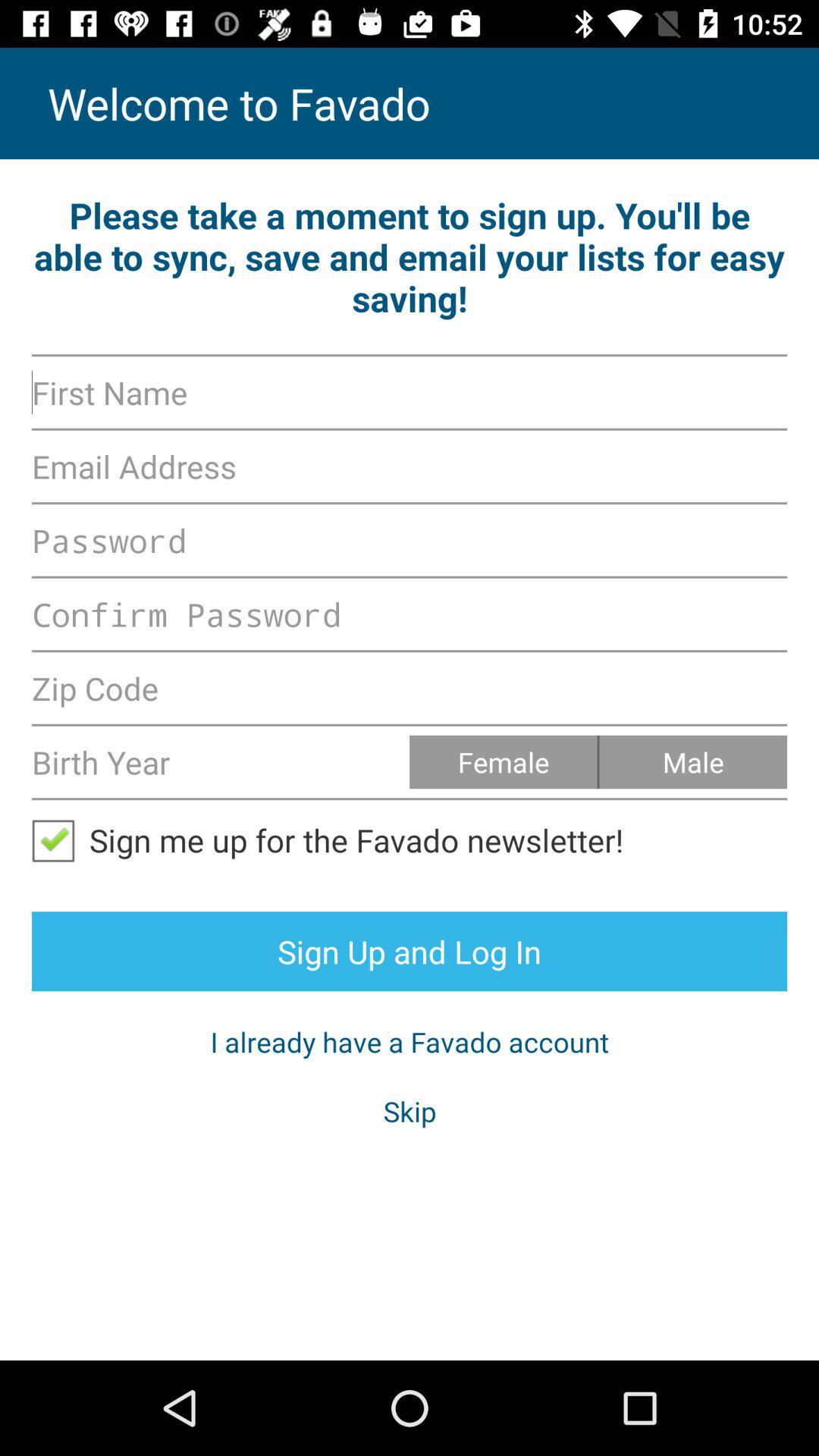  Describe the element at coordinates (409, 687) in the screenshot. I see `zipcode` at that location.